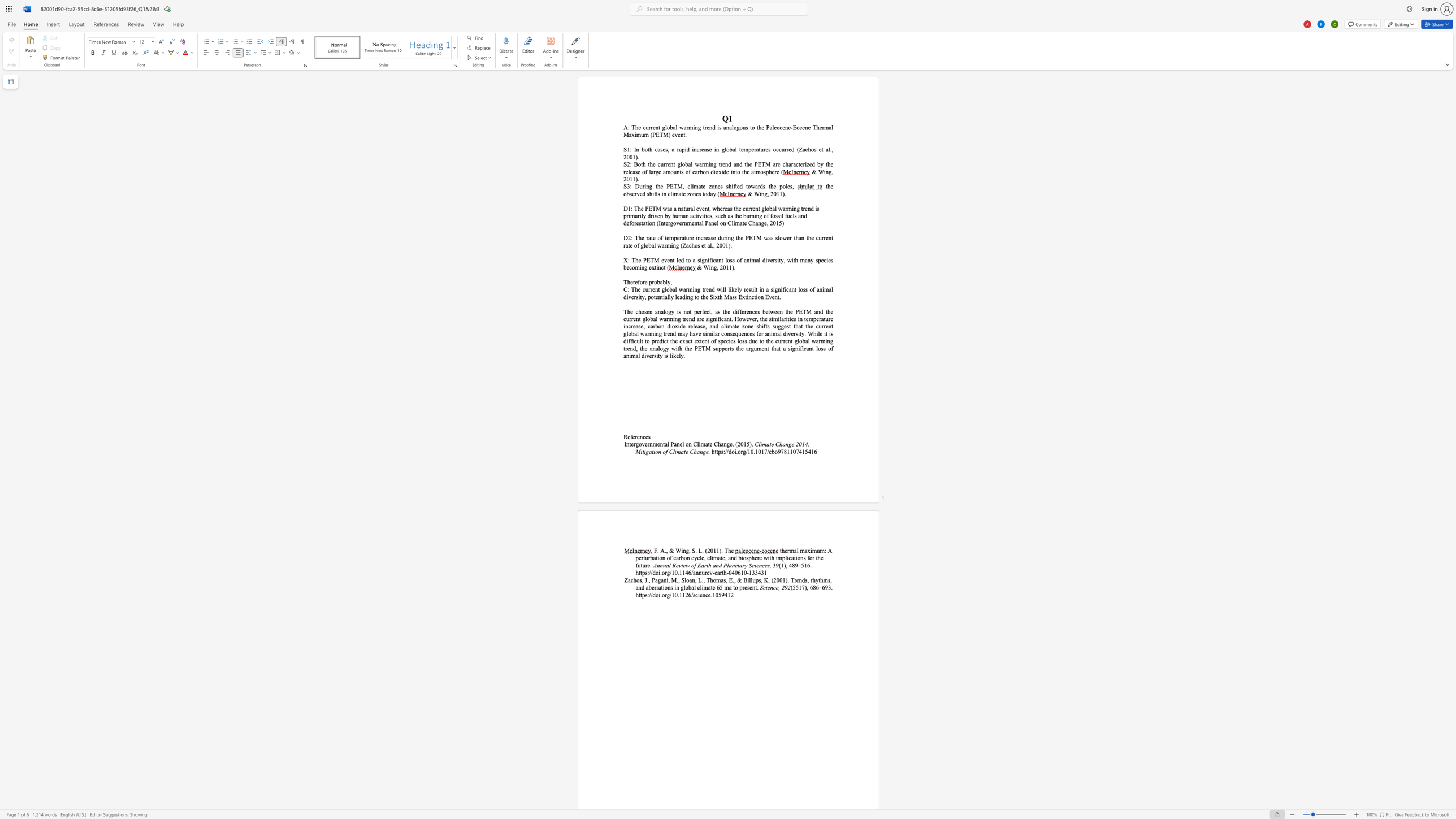  What do you see at coordinates (791, 259) in the screenshot?
I see `the space between the continuous character "w" and "i" in the text` at bounding box center [791, 259].